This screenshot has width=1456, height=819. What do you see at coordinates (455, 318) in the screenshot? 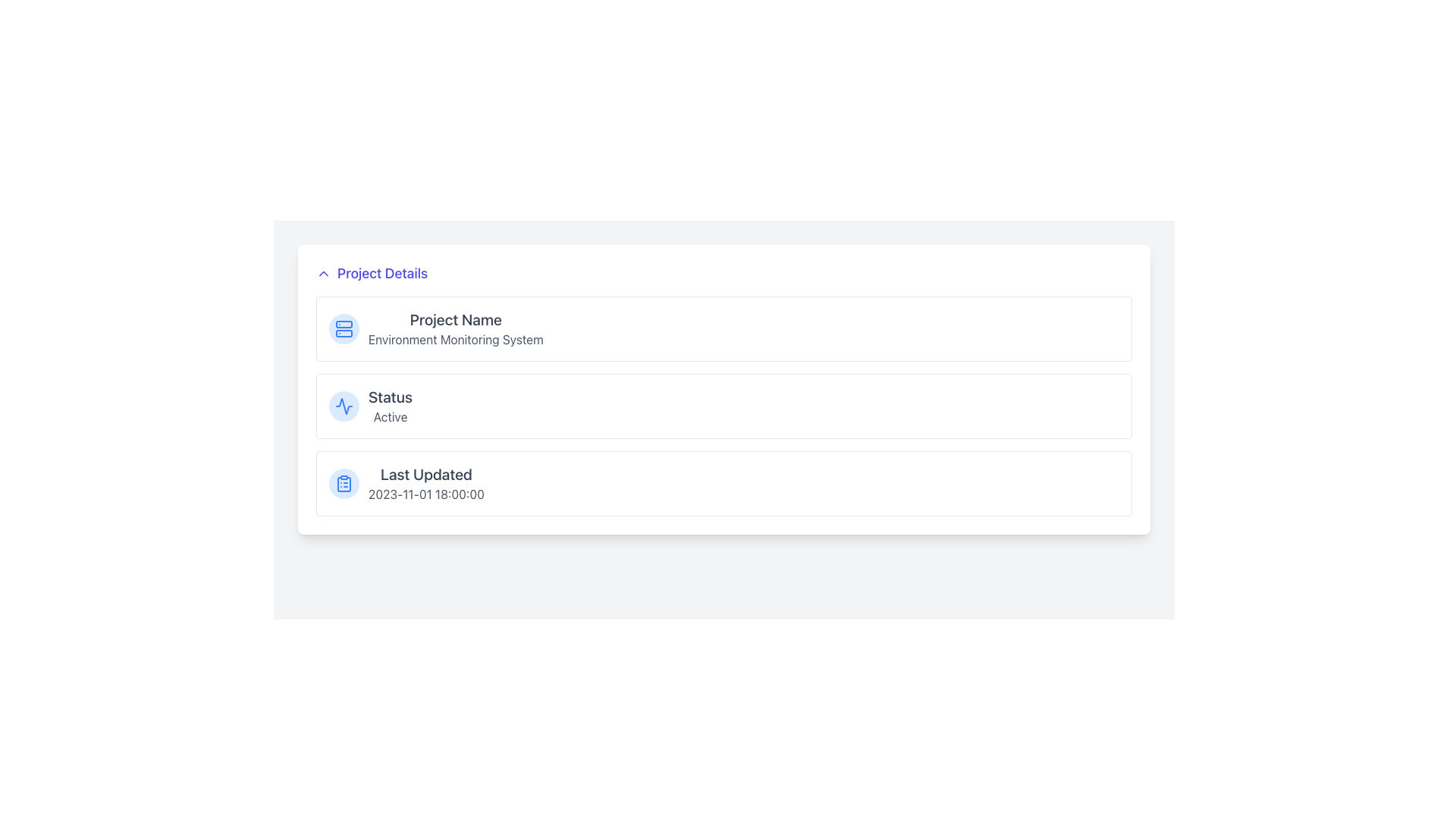
I see `'Project Name' static text label located in the 'Project Details' section, which is styled with a medium-weight font and extra-large size, to gather further details` at bounding box center [455, 318].